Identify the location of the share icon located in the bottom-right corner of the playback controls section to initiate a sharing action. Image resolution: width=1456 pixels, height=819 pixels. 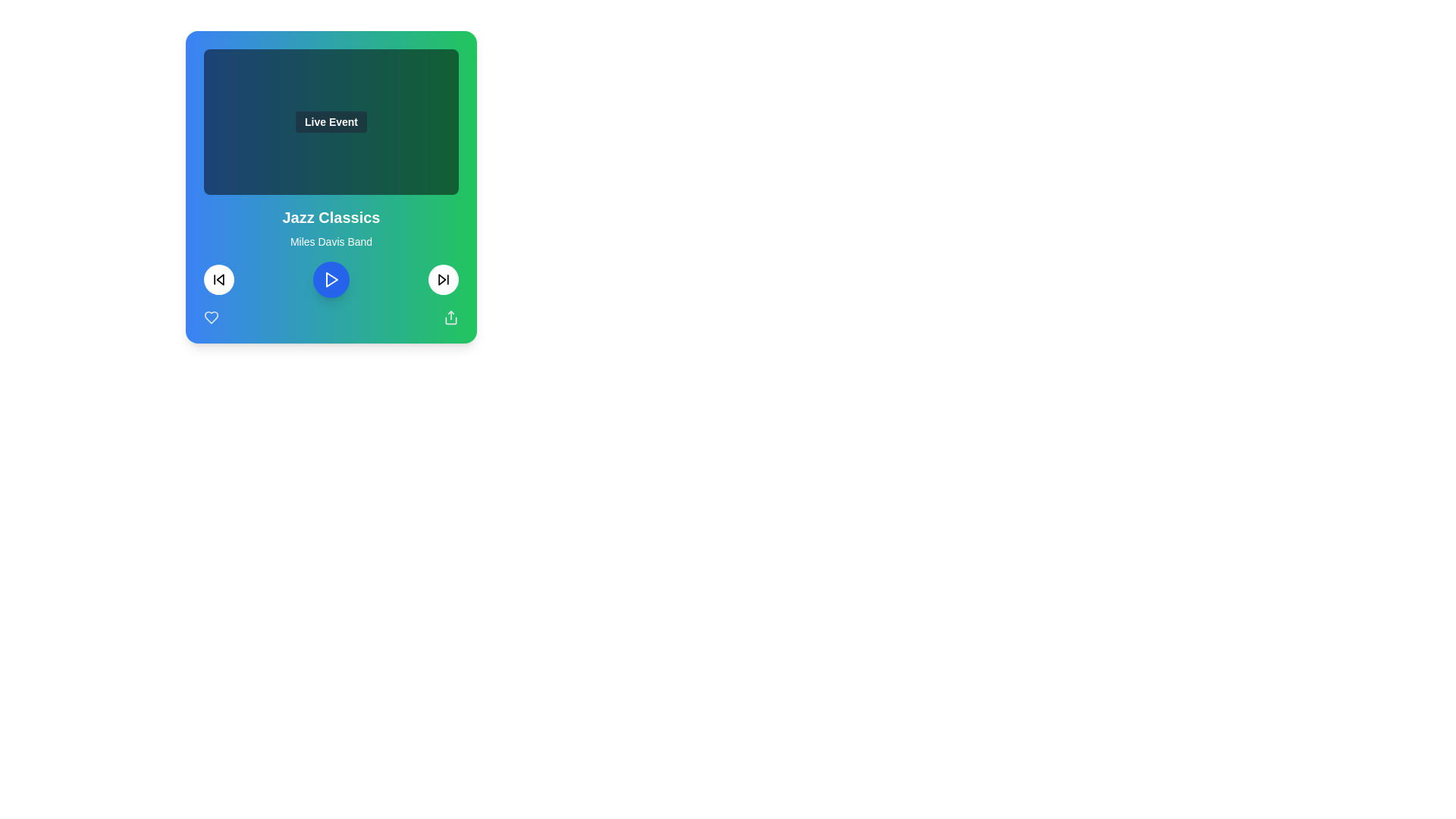
(450, 317).